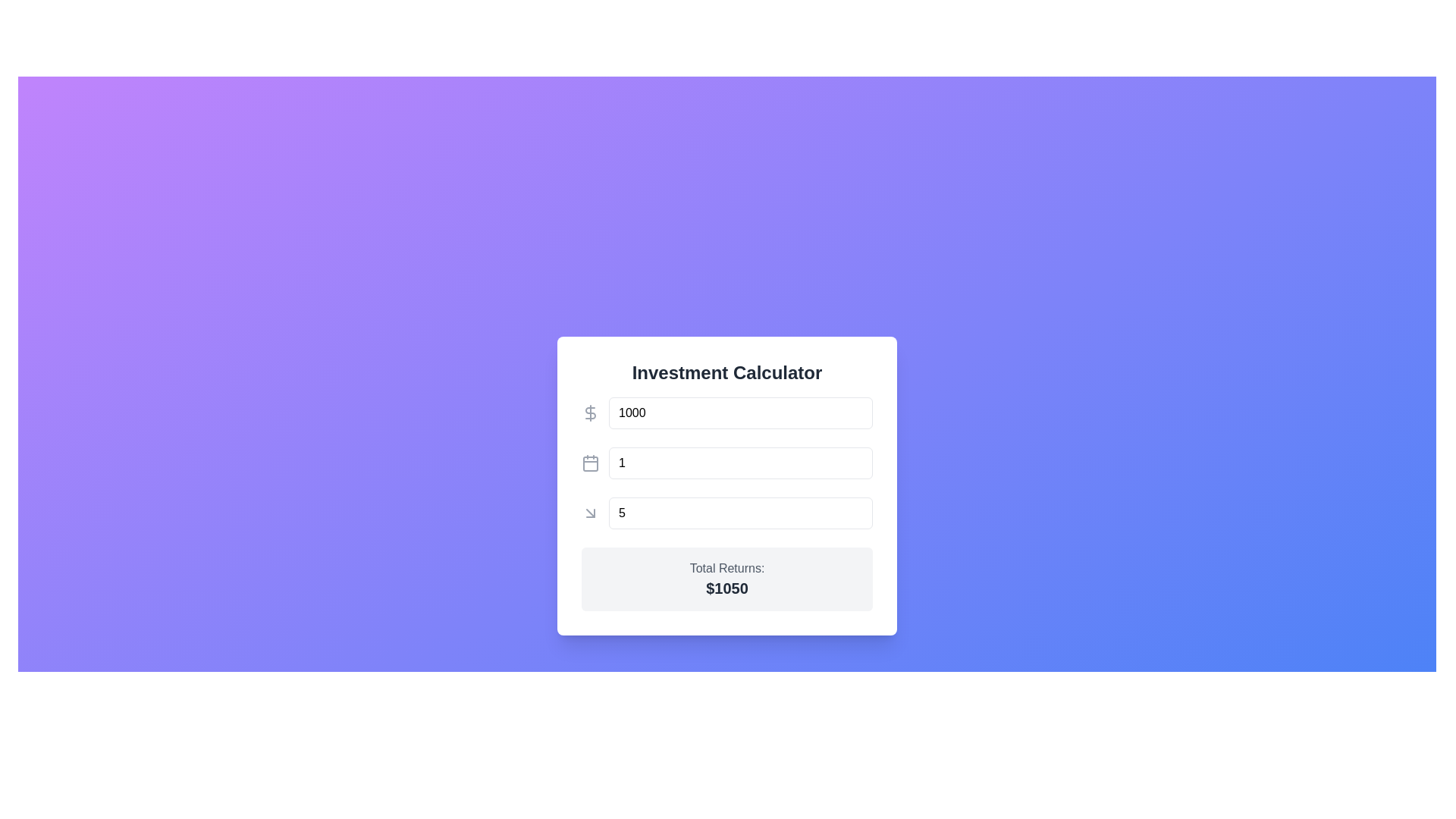 The width and height of the screenshot is (1456, 819). Describe the element at coordinates (589, 513) in the screenshot. I see `the icon located to the left of the 'Interest Rate (%)' input field, which serves as a visual indicator for that input` at that location.